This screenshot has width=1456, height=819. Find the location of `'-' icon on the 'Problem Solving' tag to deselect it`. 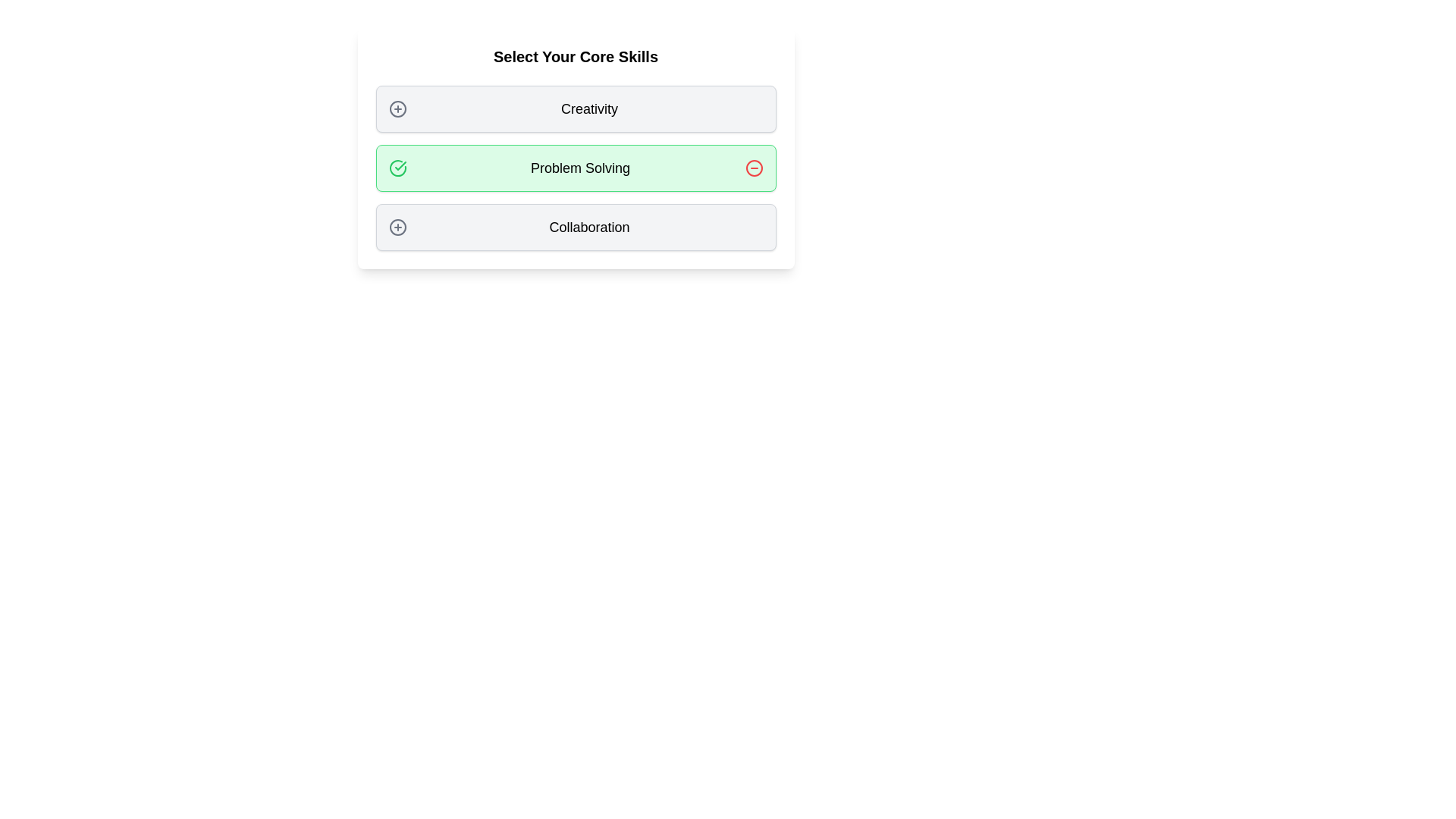

'-' icon on the 'Problem Solving' tag to deselect it is located at coordinates (754, 168).